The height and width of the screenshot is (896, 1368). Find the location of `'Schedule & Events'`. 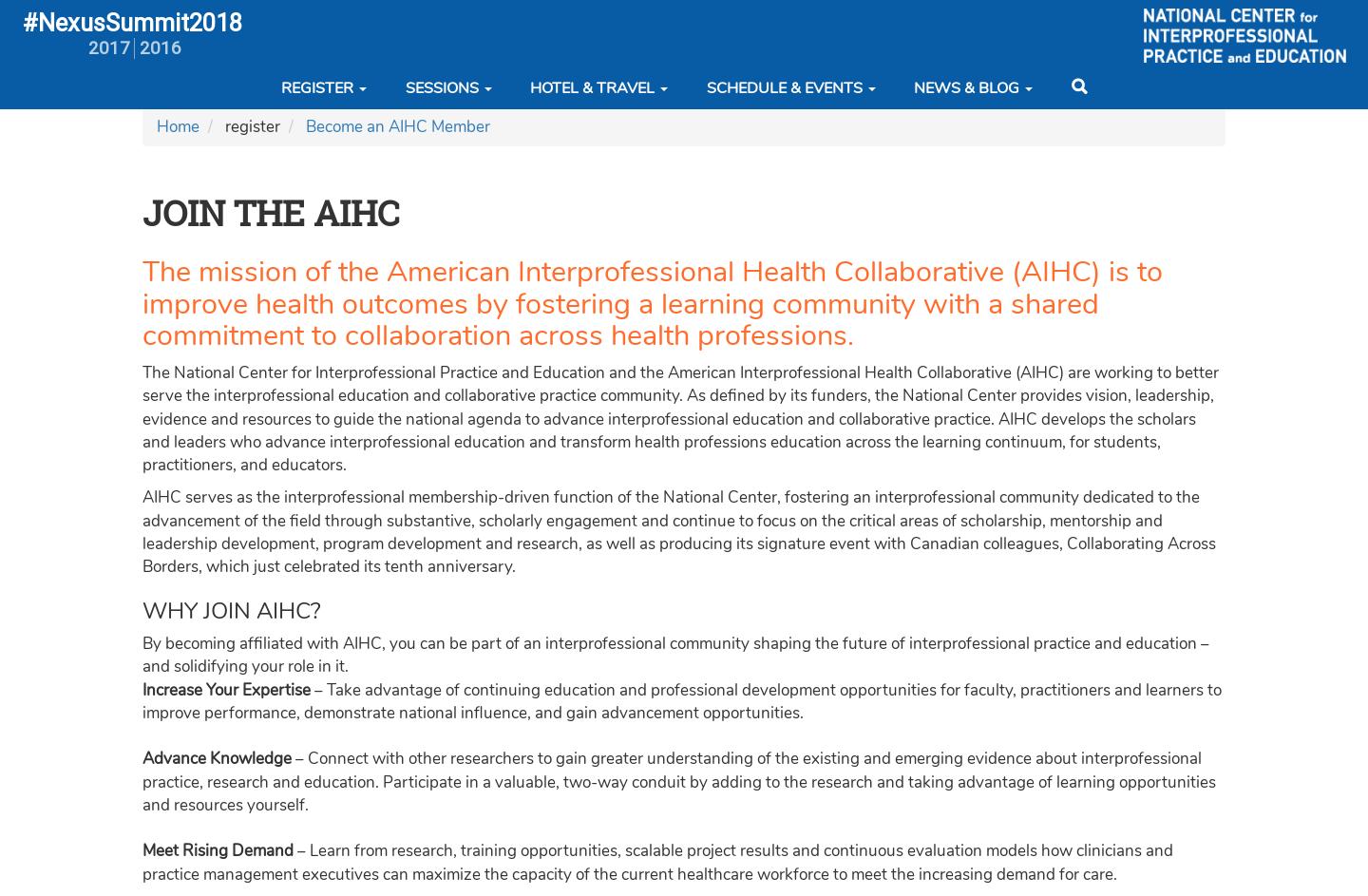

'Schedule & Events' is located at coordinates (785, 86).